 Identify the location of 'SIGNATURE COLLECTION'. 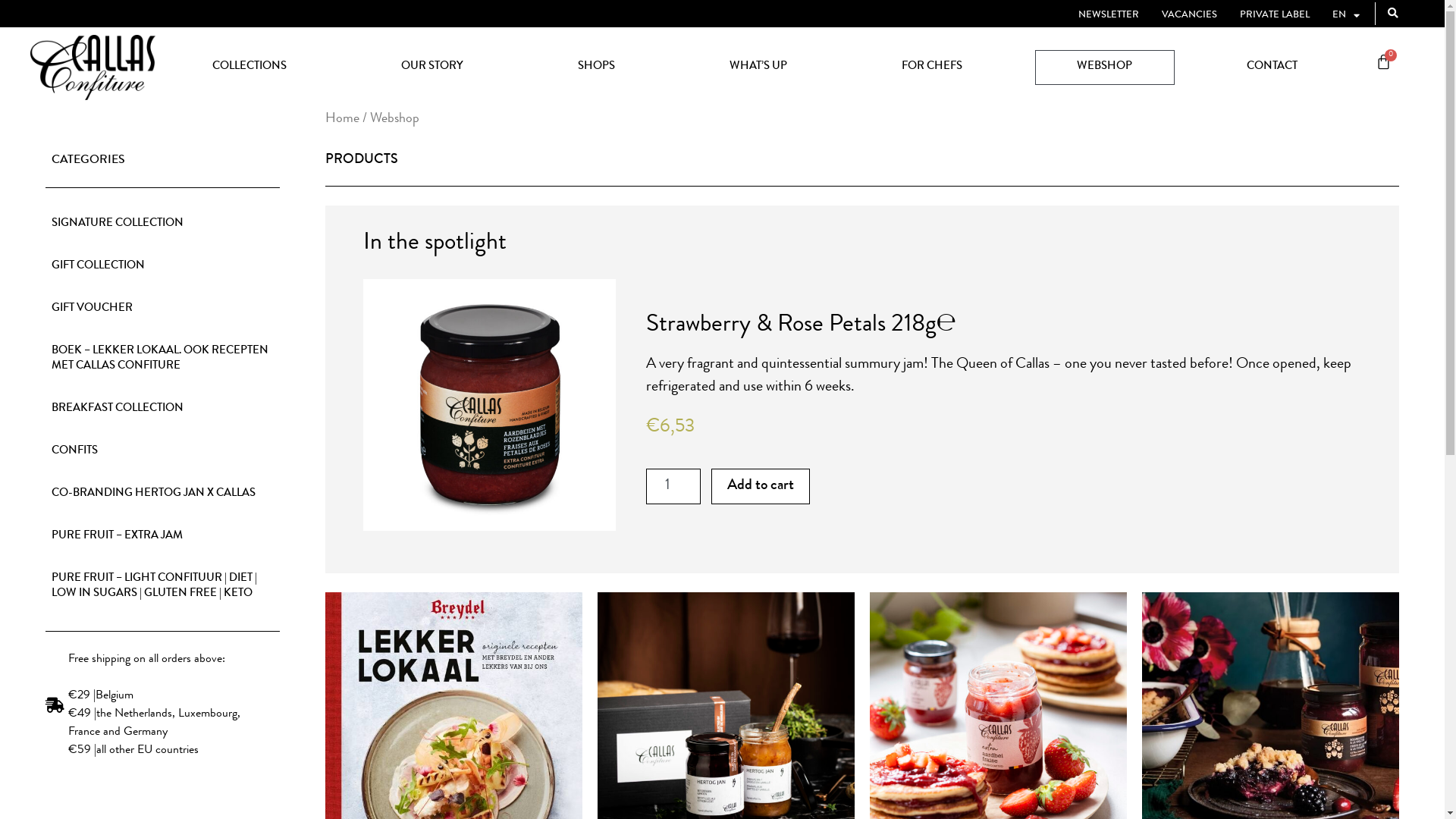
(162, 224).